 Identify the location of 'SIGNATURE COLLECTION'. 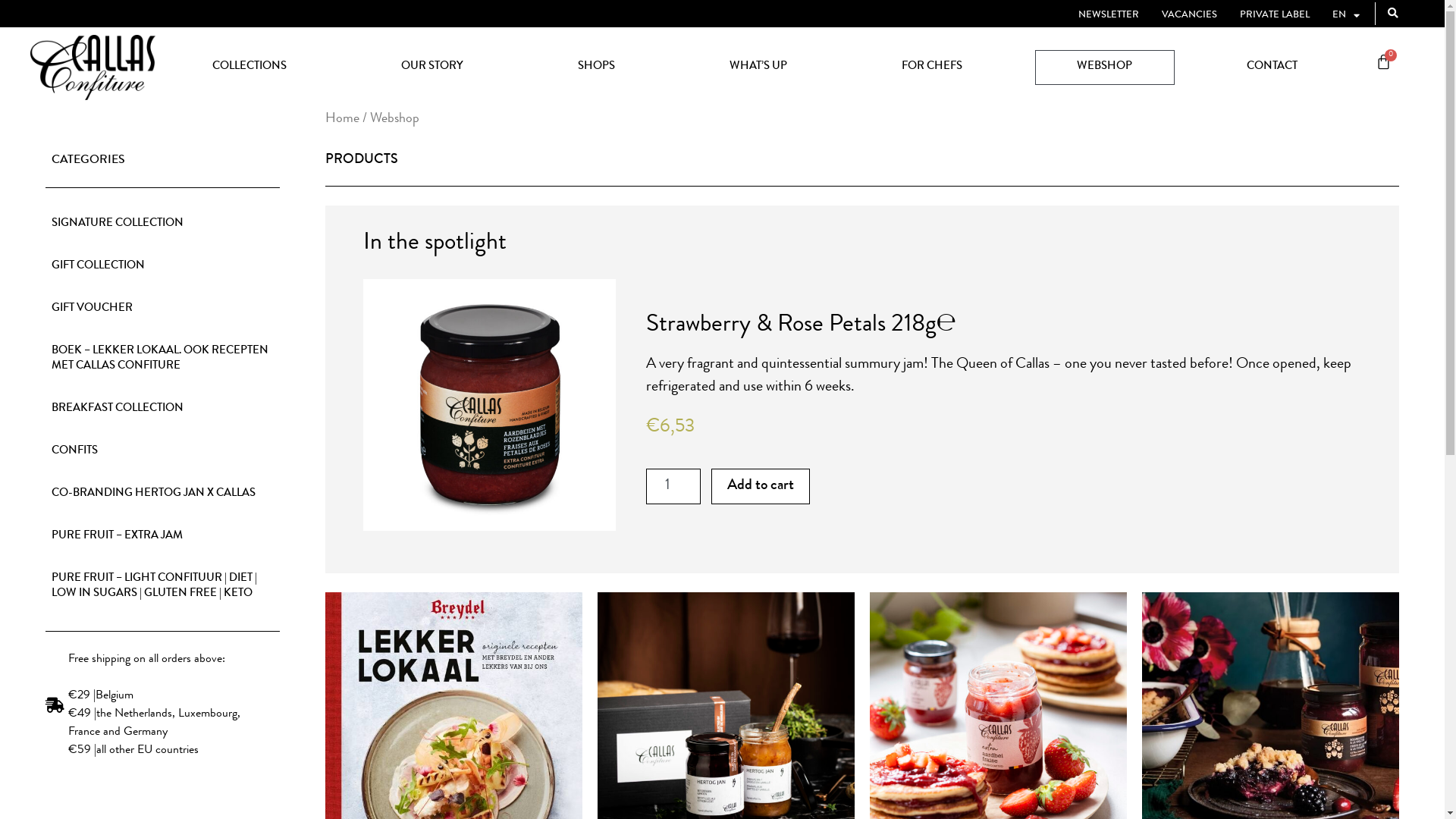
(162, 224).